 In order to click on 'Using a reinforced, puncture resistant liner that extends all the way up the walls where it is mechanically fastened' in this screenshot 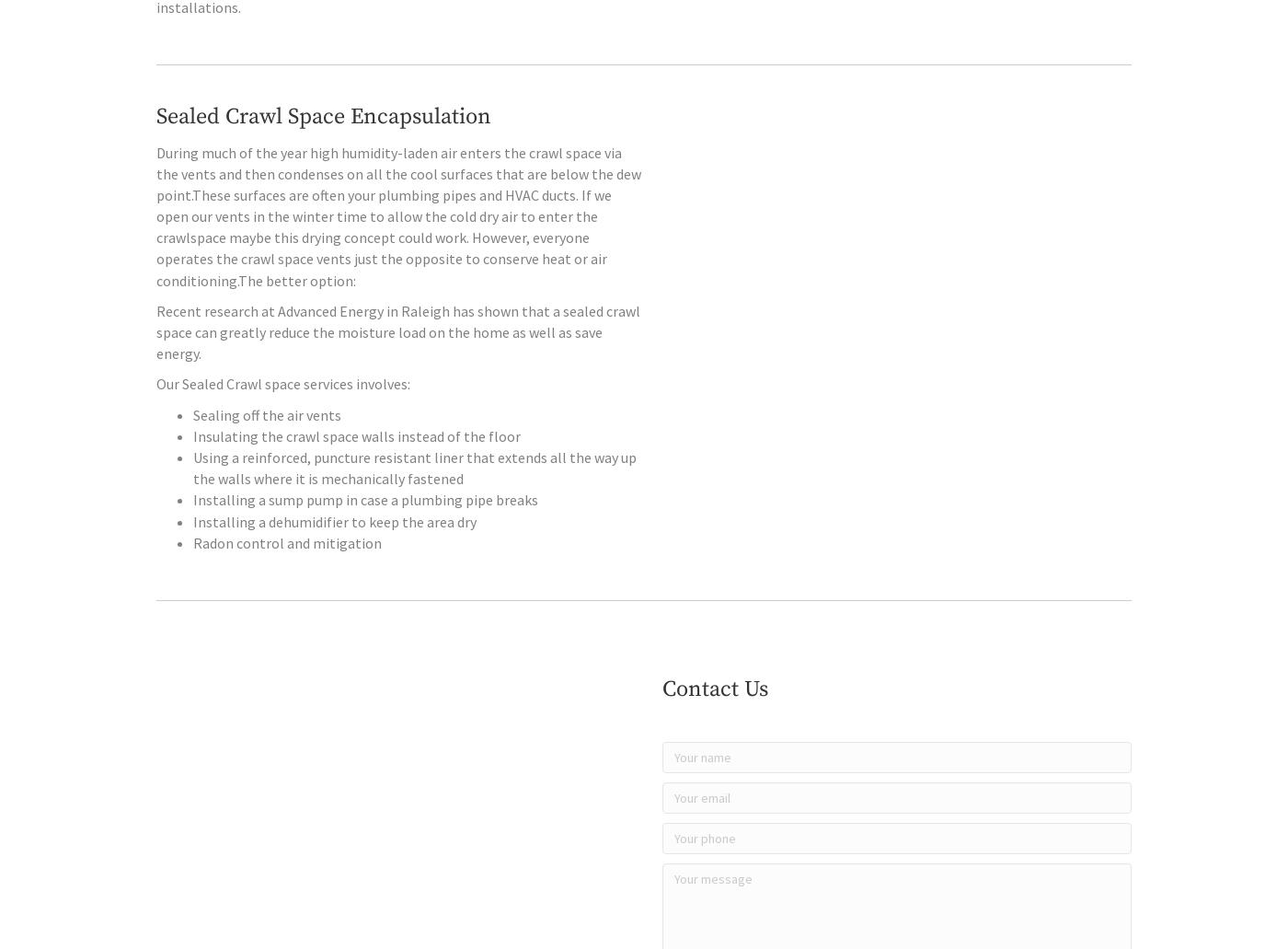, I will do `click(414, 505)`.